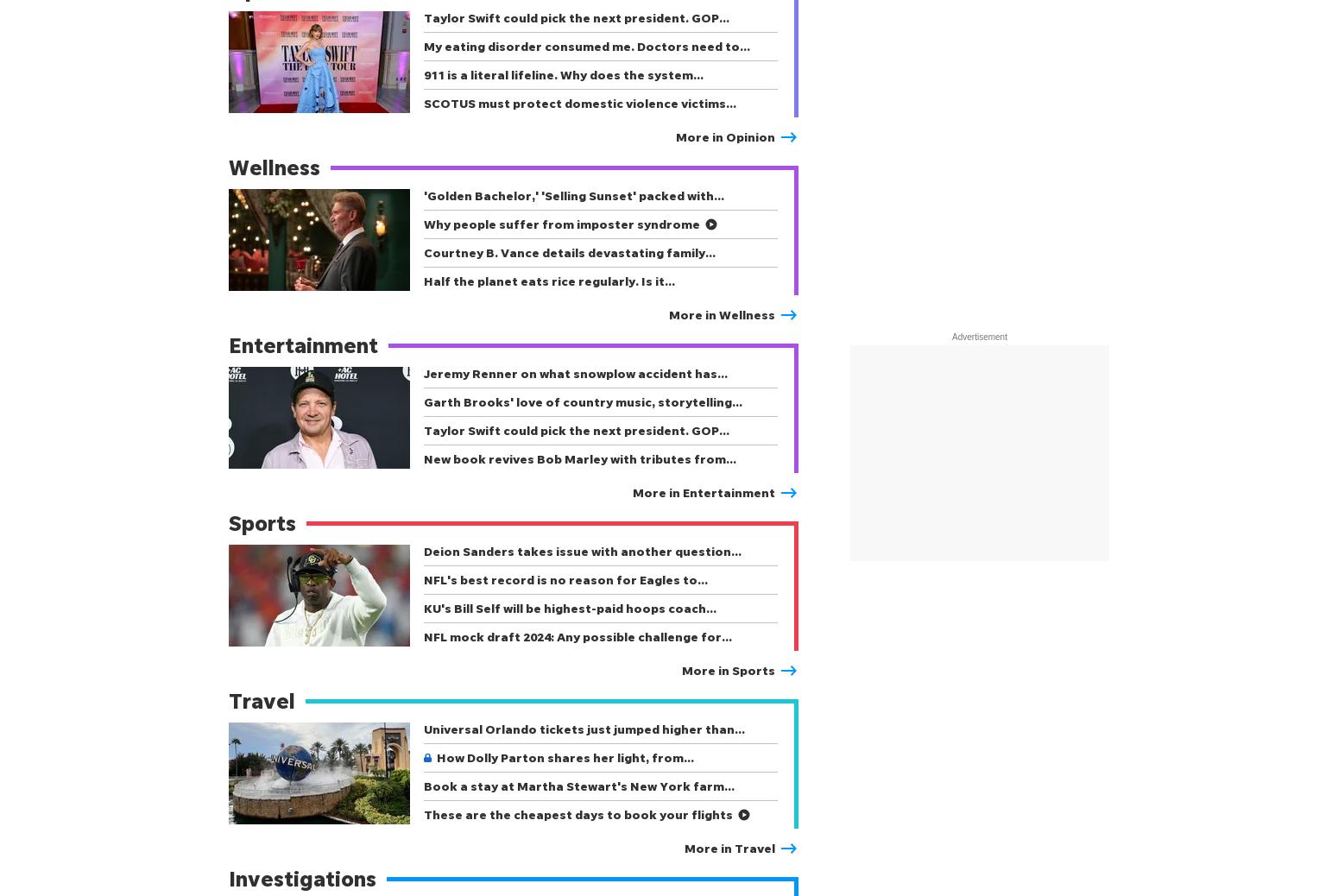 The width and height of the screenshot is (1338, 896). Describe the element at coordinates (572, 194) in the screenshot. I see `''Golden Bachelor,' 'Selling Sunset' packed with…'` at that location.